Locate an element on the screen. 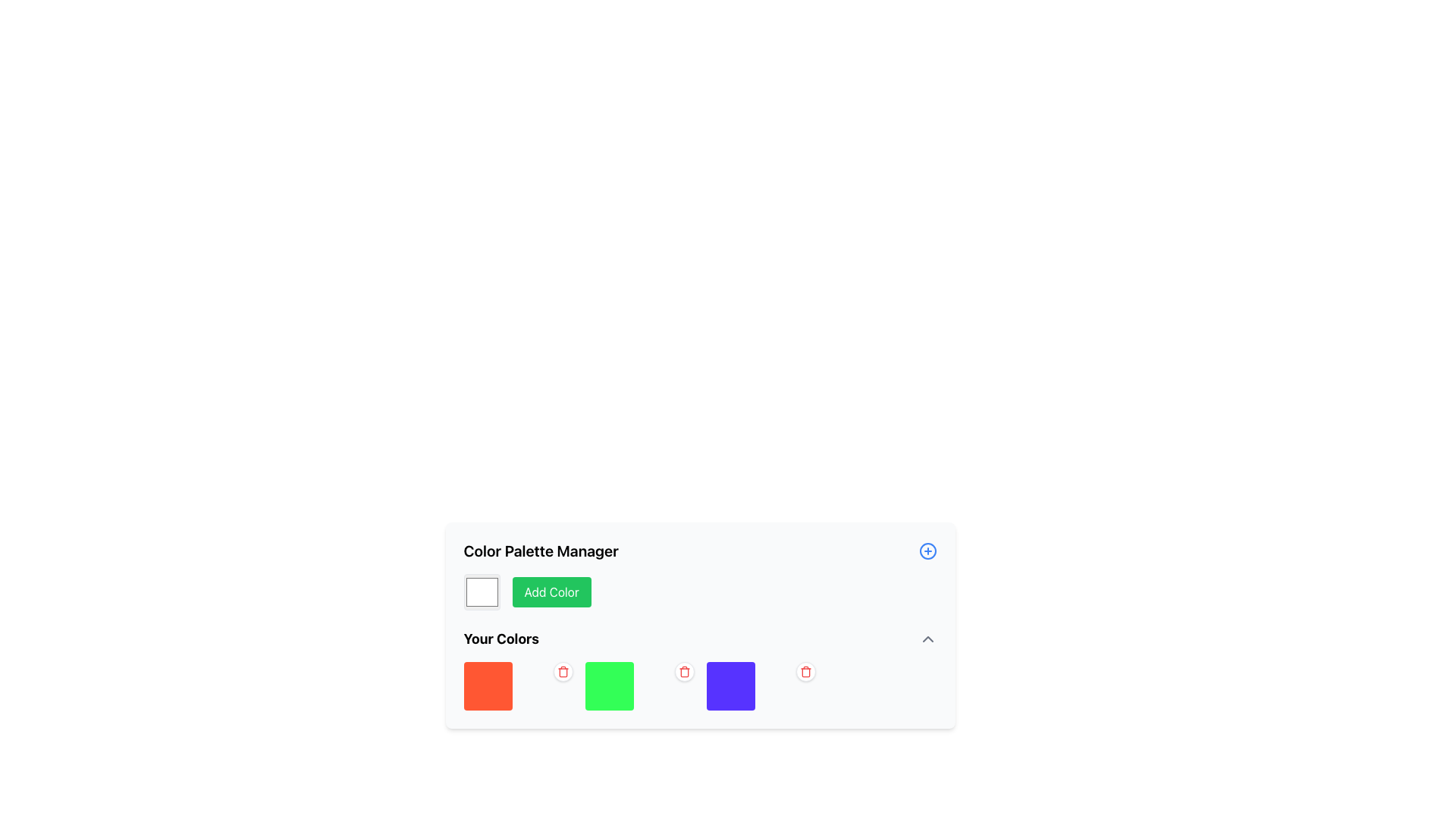 The width and height of the screenshot is (1456, 819). the delete button located in the top-right corner of the purple block, which is the fourth item in the grid layout is located at coordinates (761, 686).